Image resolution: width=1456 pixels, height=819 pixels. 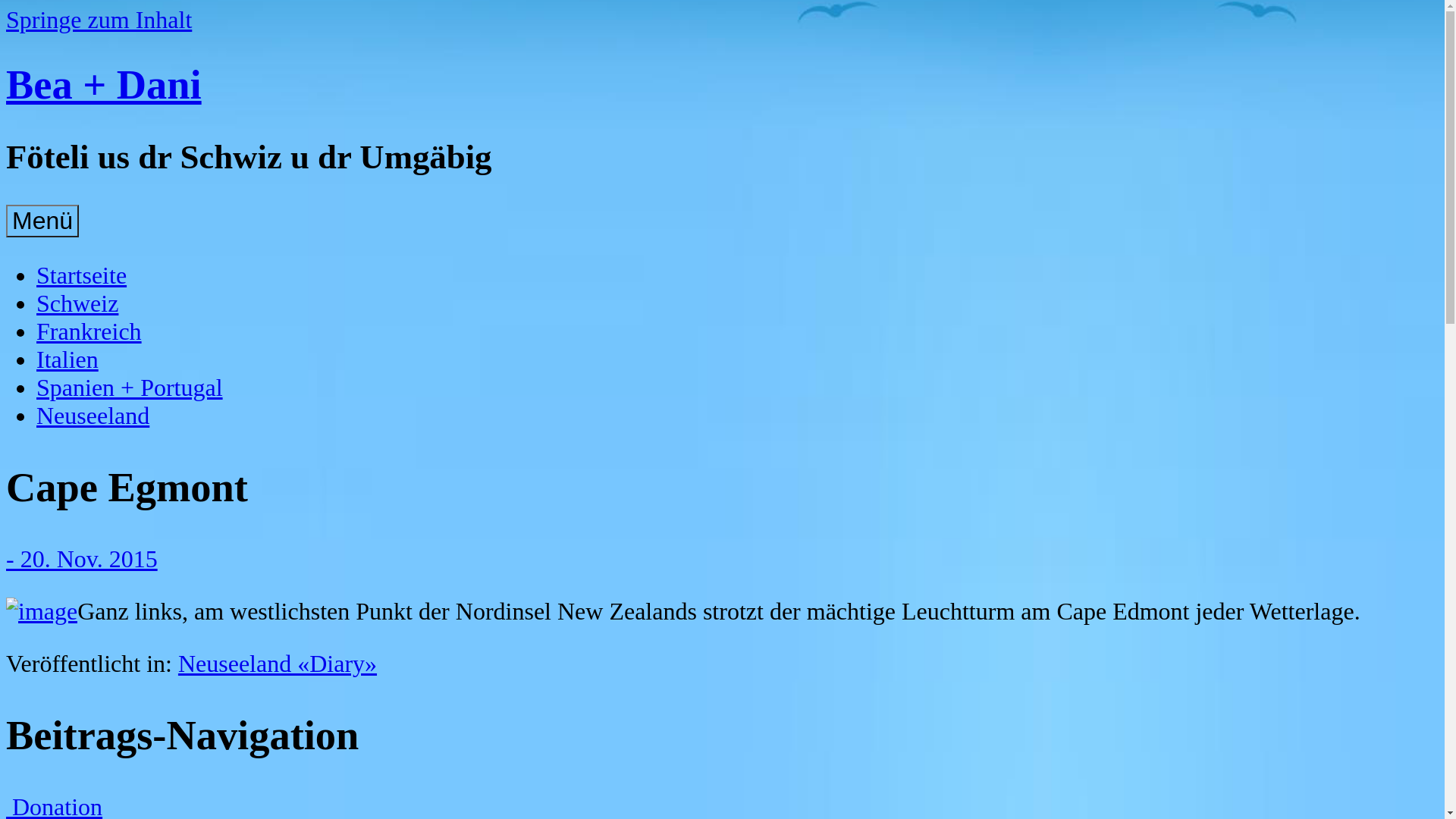 What do you see at coordinates (76, 303) in the screenshot?
I see `'Schweiz'` at bounding box center [76, 303].